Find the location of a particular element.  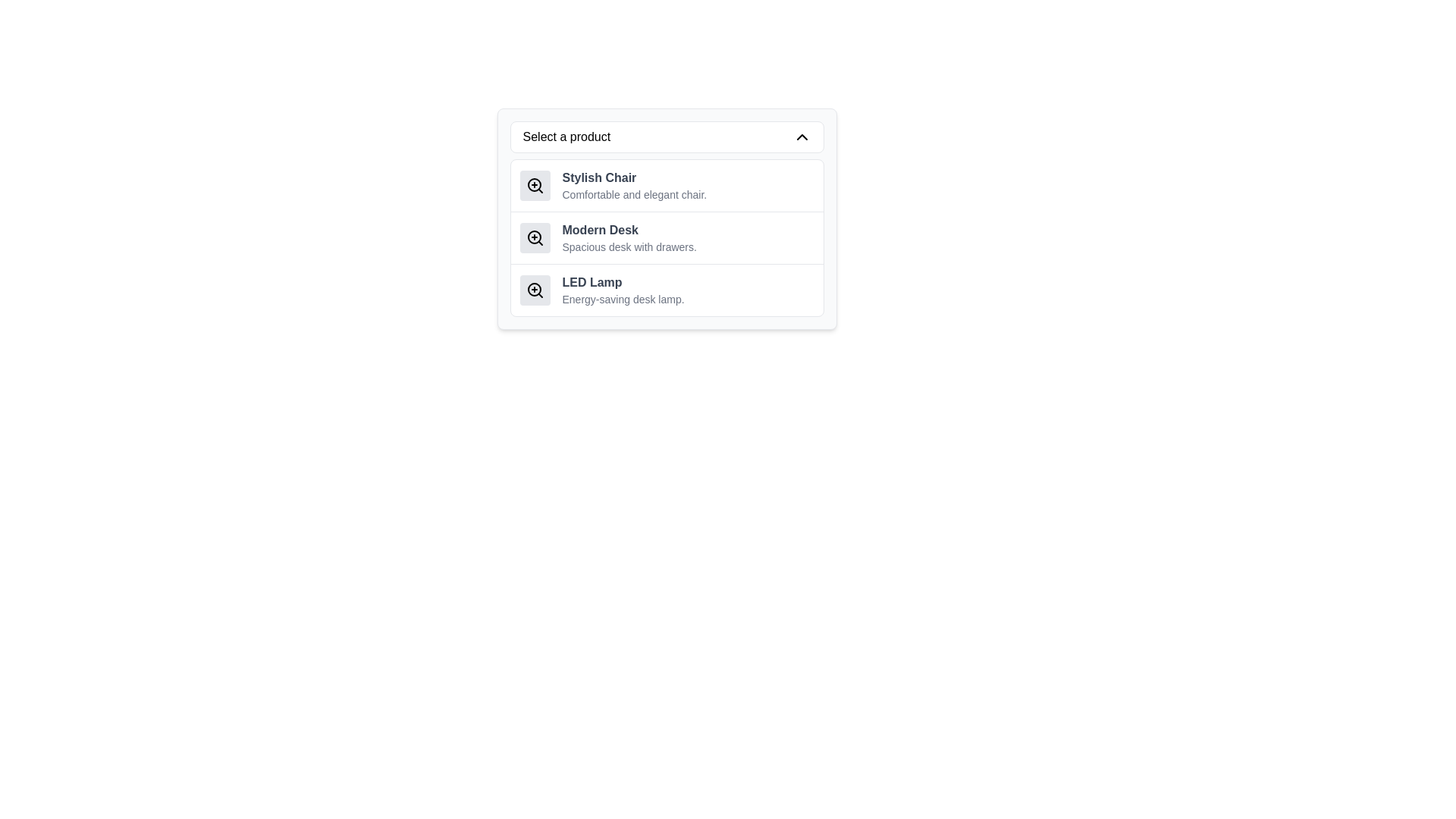

the zoom-in icon represented by a magnifying glass with a plus symbol, located to the left of the 'Stylish Chair' label in the 'Select a product' dropdown is located at coordinates (535, 185).